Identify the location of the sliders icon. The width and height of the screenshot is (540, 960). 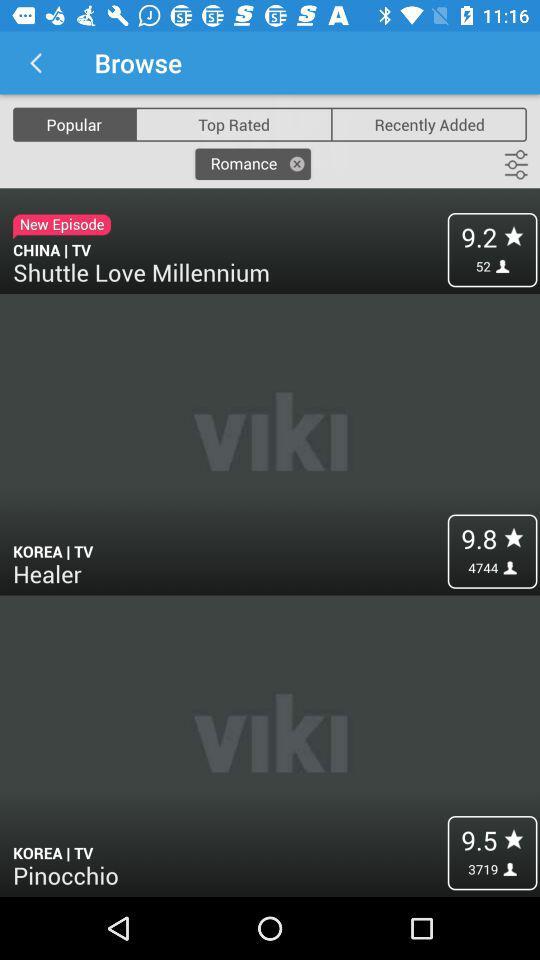
(516, 164).